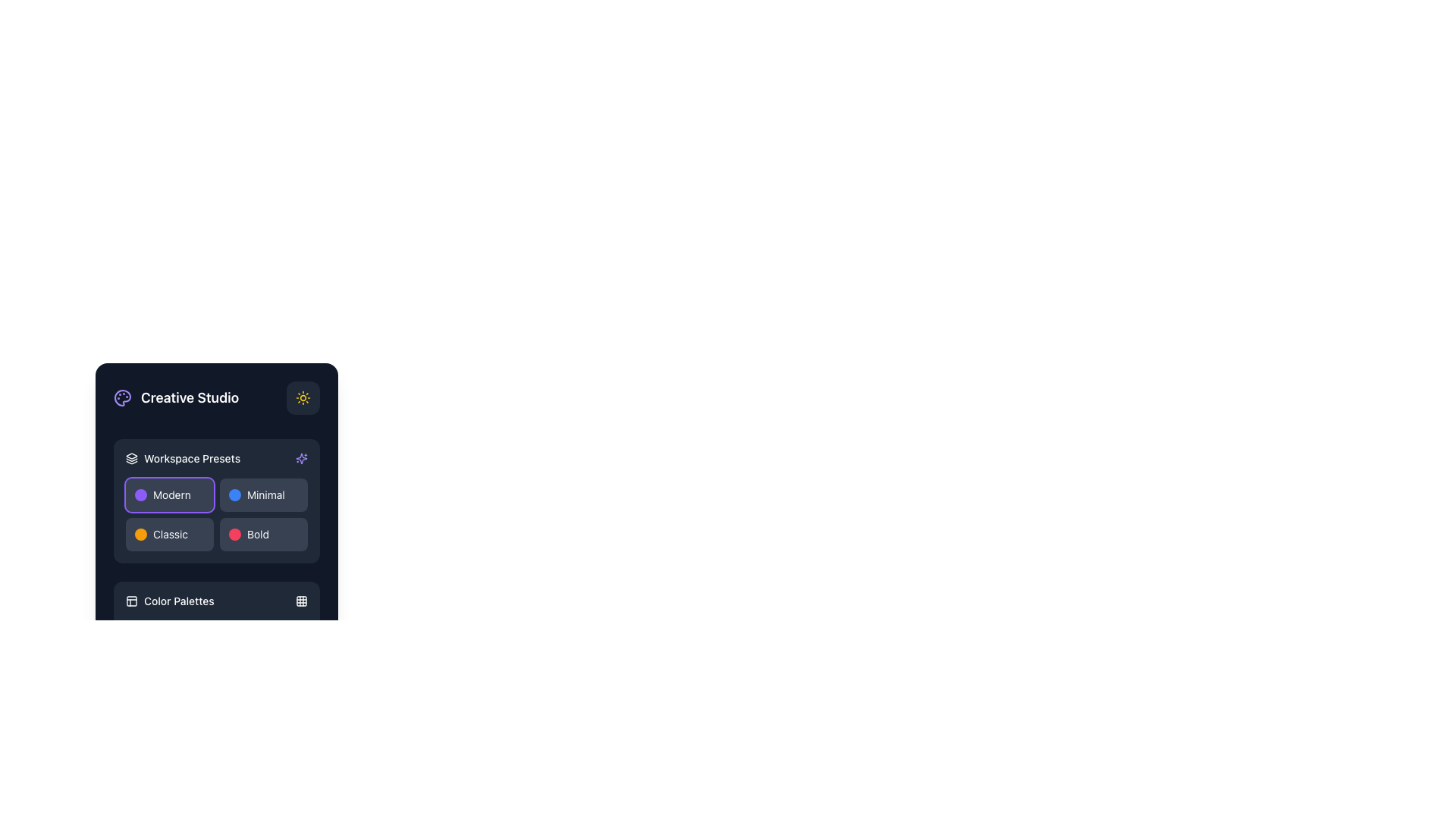 The image size is (1456, 819). Describe the element at coordinates (182, 458) in the screenshot. I see `the 'Workspace Presets' label with the accompanying icon, which is styled in white text on a dark-themed background and located in the header section of the 'Workspace Presets' area` at that location.